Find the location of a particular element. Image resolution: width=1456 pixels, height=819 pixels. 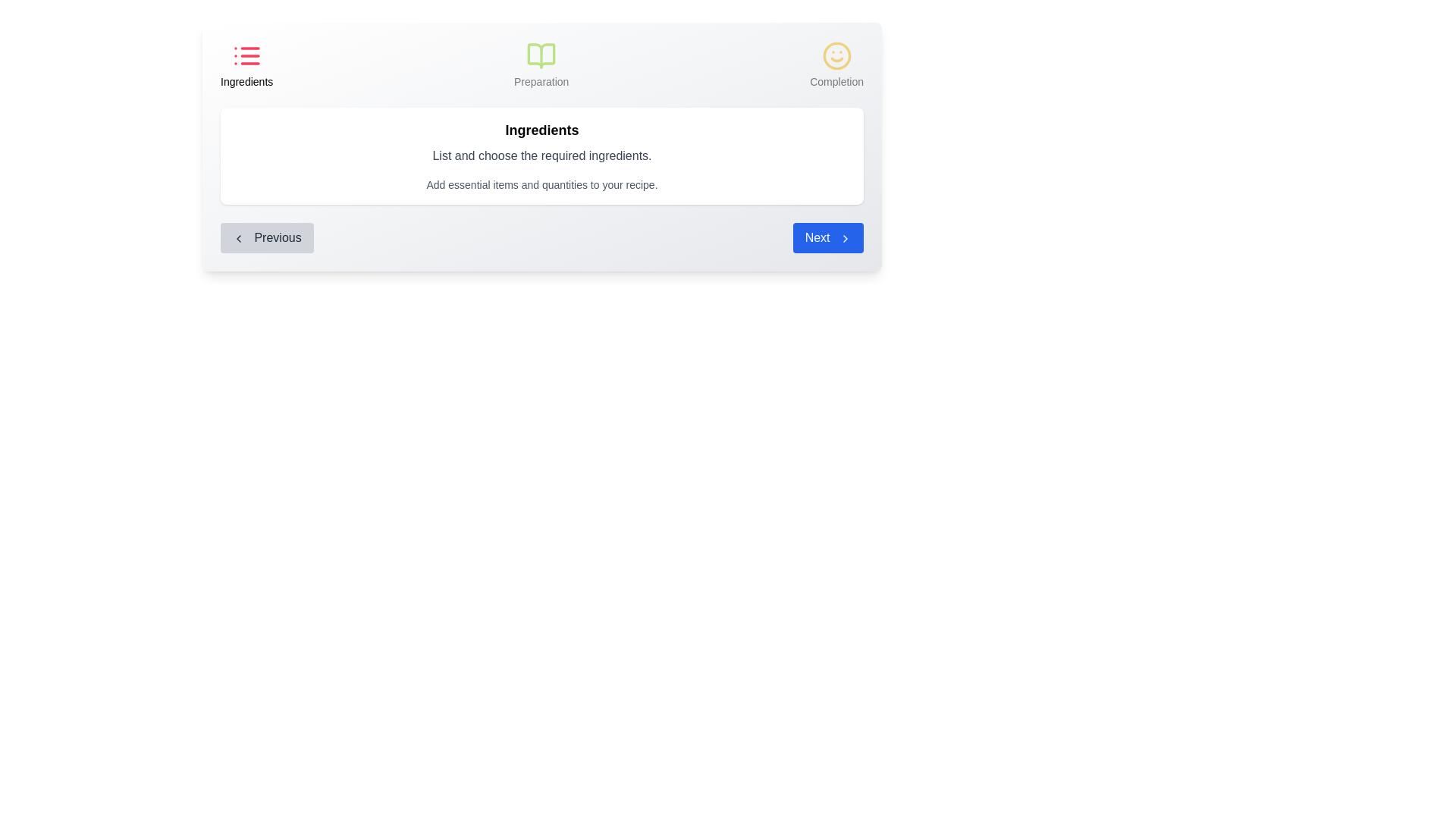

the rectangular 'Next' button located at the bottom-right corner of the interface is located at coordinates (827, 237).